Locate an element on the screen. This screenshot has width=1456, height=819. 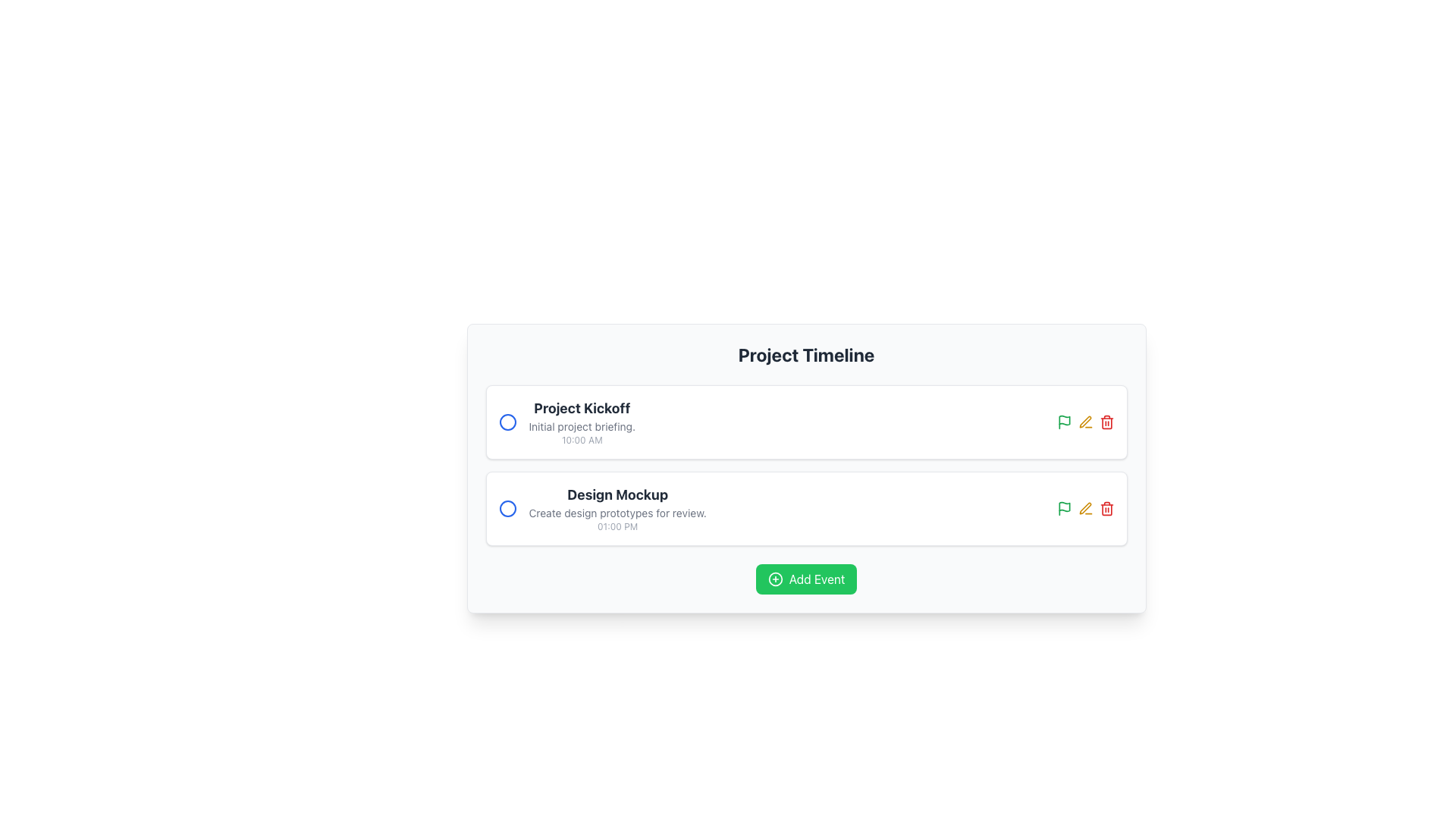
the title 'Project Kickoff' of the first list item with a circular blue-bordered icon is located at coordinates (566, 422).